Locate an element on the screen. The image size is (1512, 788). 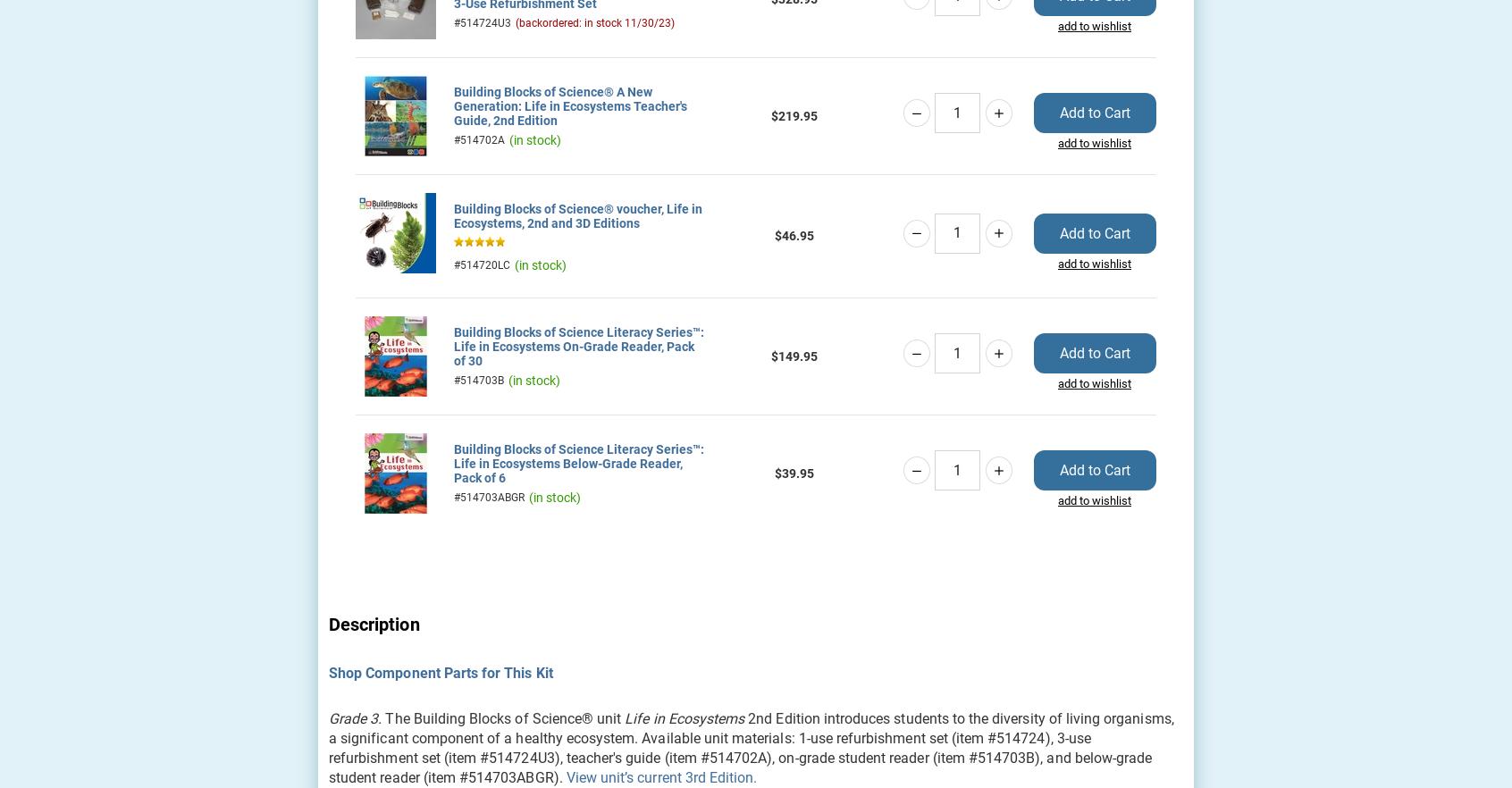
'#514702A' is located at coordinates (479, 139).